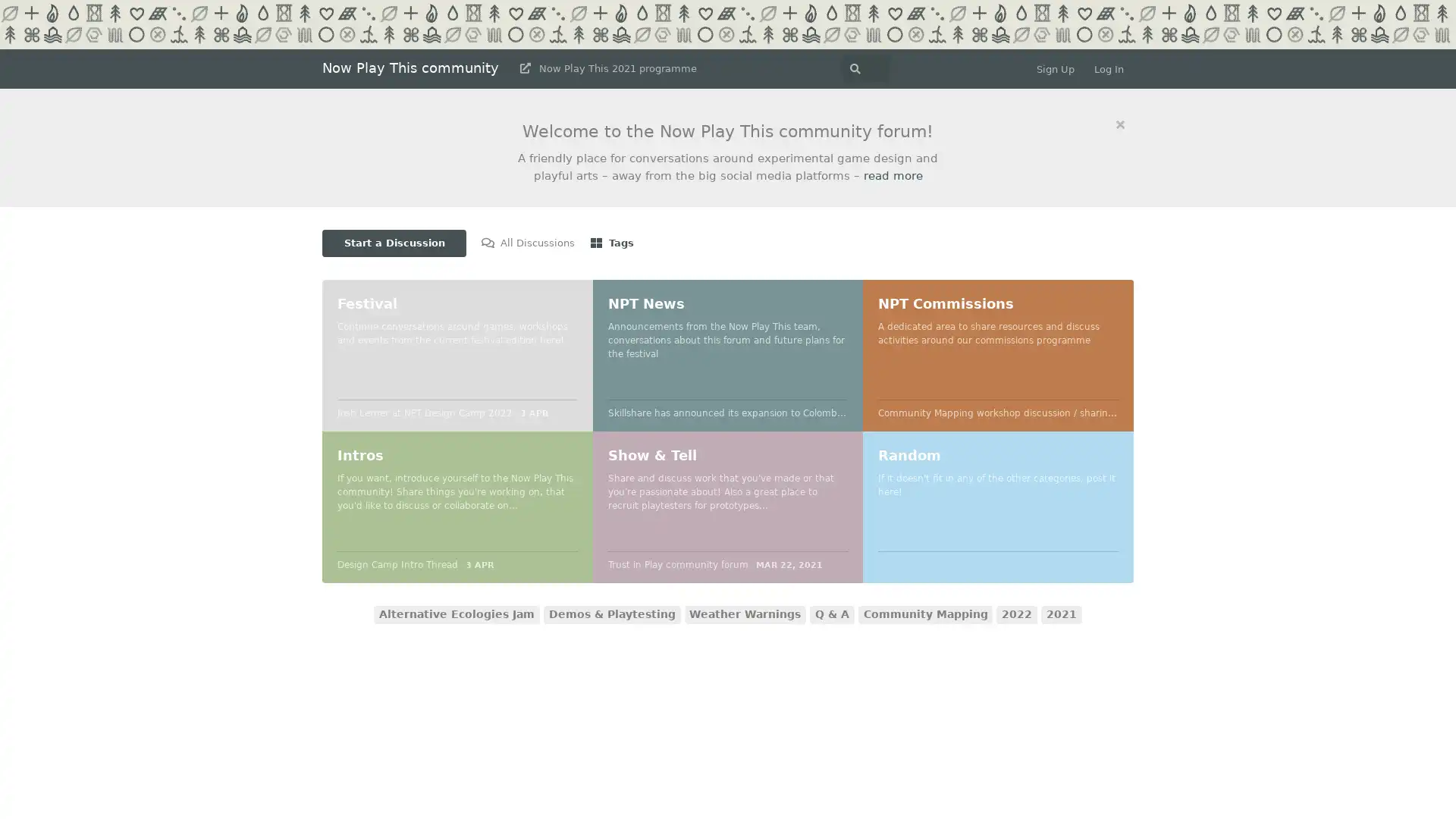 Image resolution: width=1456 pixels, height=819 pixels. What do you see at coordinates (1109, 69) in the screenshot?
I see `Log In` at bounding box center [1109, 69].